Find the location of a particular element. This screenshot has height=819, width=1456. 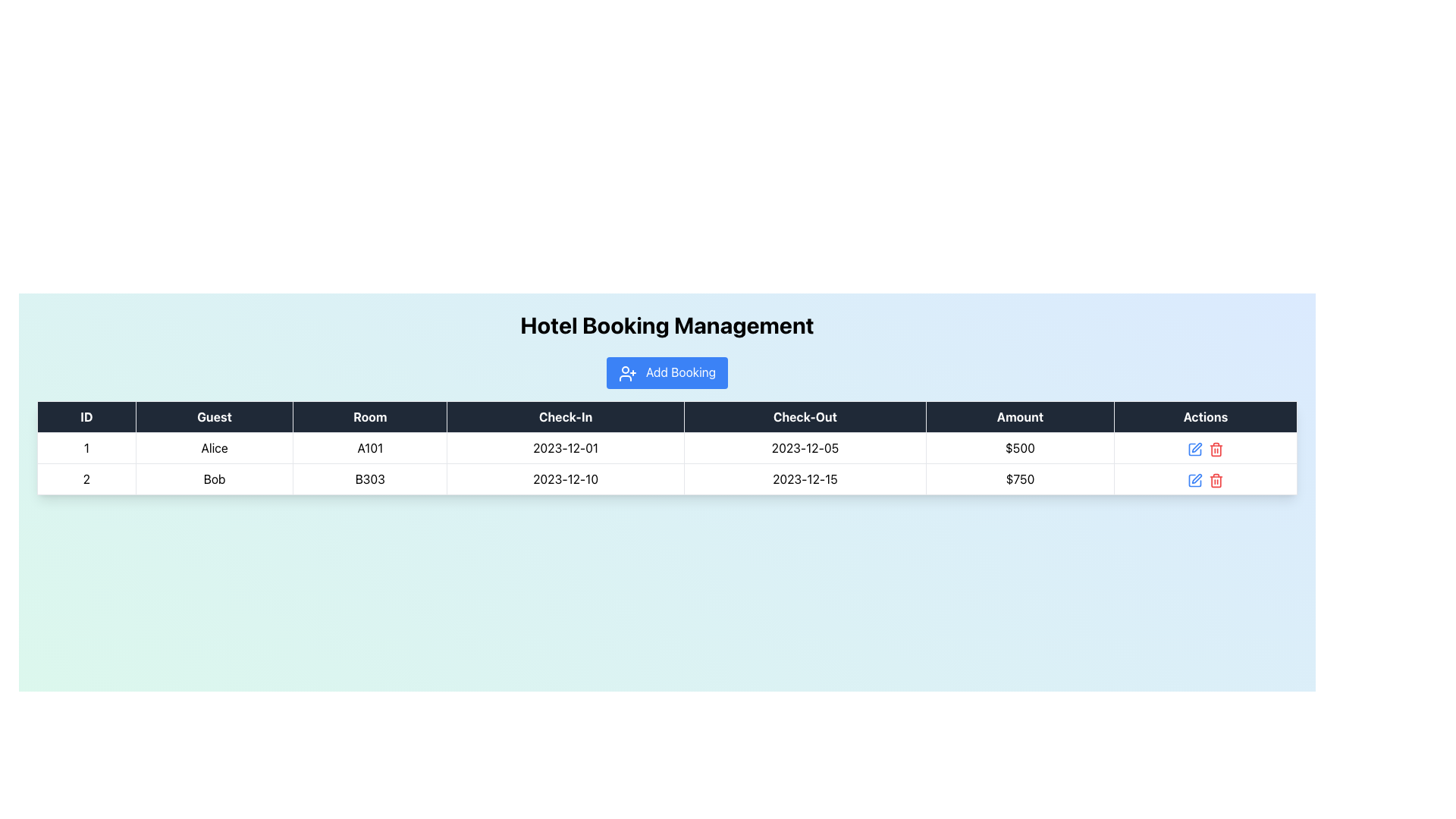

the check-out date text for the booking entry labeled 'Alice', located in the fourth column under the 'Check-Out' header is located at coordinates (804, 447).